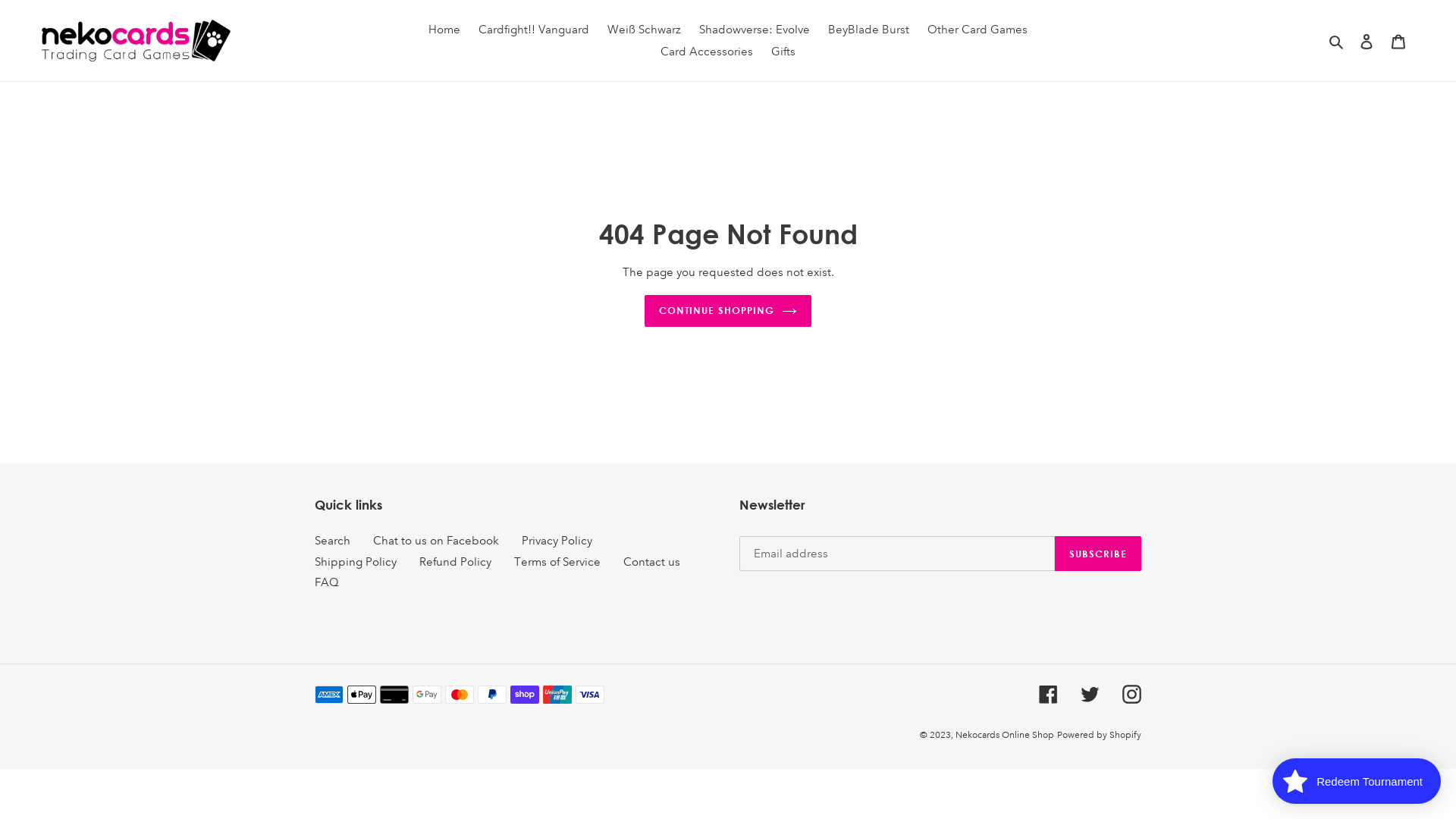 Image resolution: width=1456 pixels, height=819 pixels. What do you see at coordinates (705, 51) in the screenshot?
I see `'Card Accessories'` at bounding box center [705, 51].